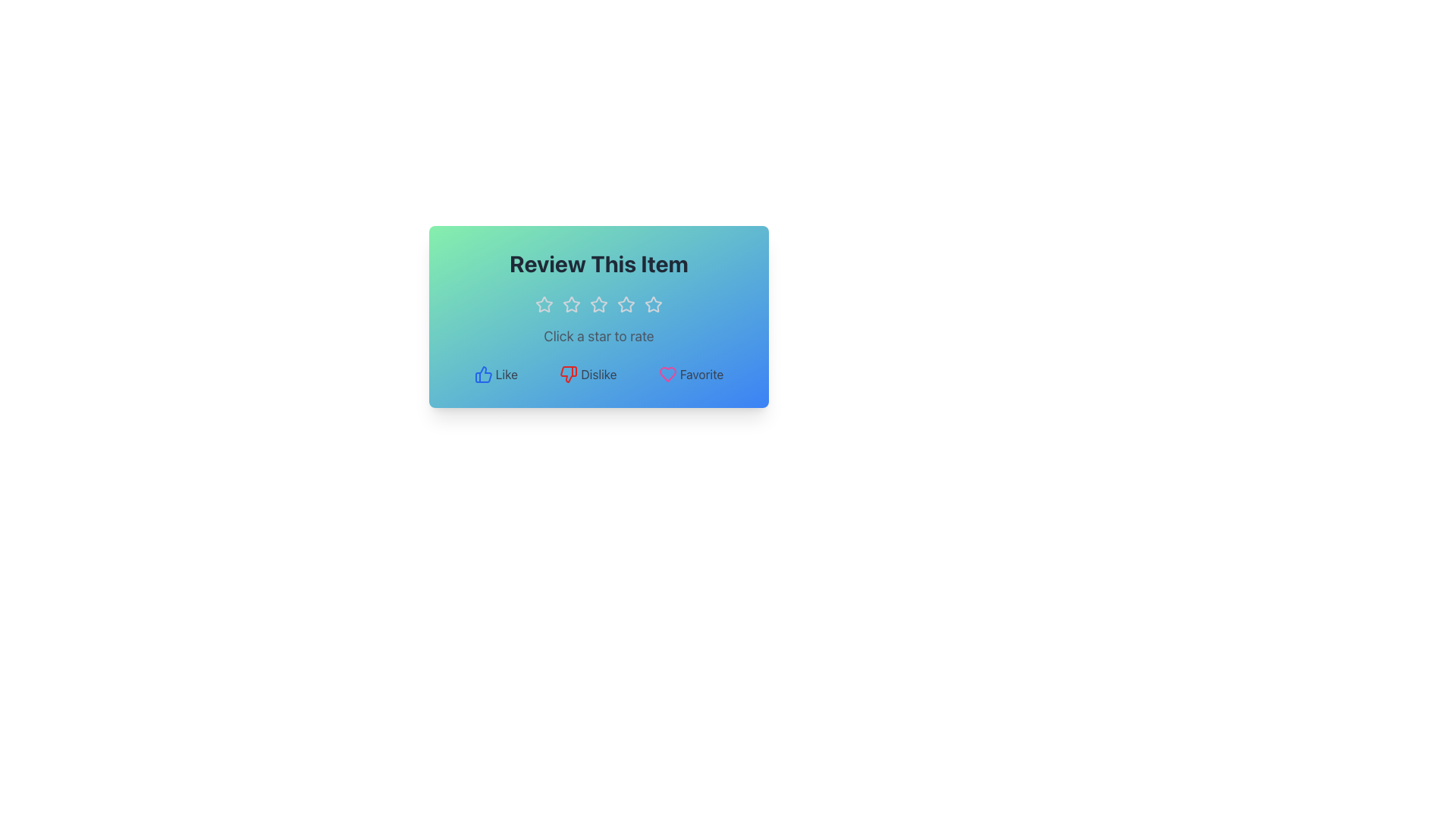 The height and width of the screenshot is (819, 1456). What do you see at coordinates (568, 374) in the screenshot?
I see `the thumbs-down icon that represents the 'Dislike' action, located below the heading and rating stars` at bounding box center [568, 374].